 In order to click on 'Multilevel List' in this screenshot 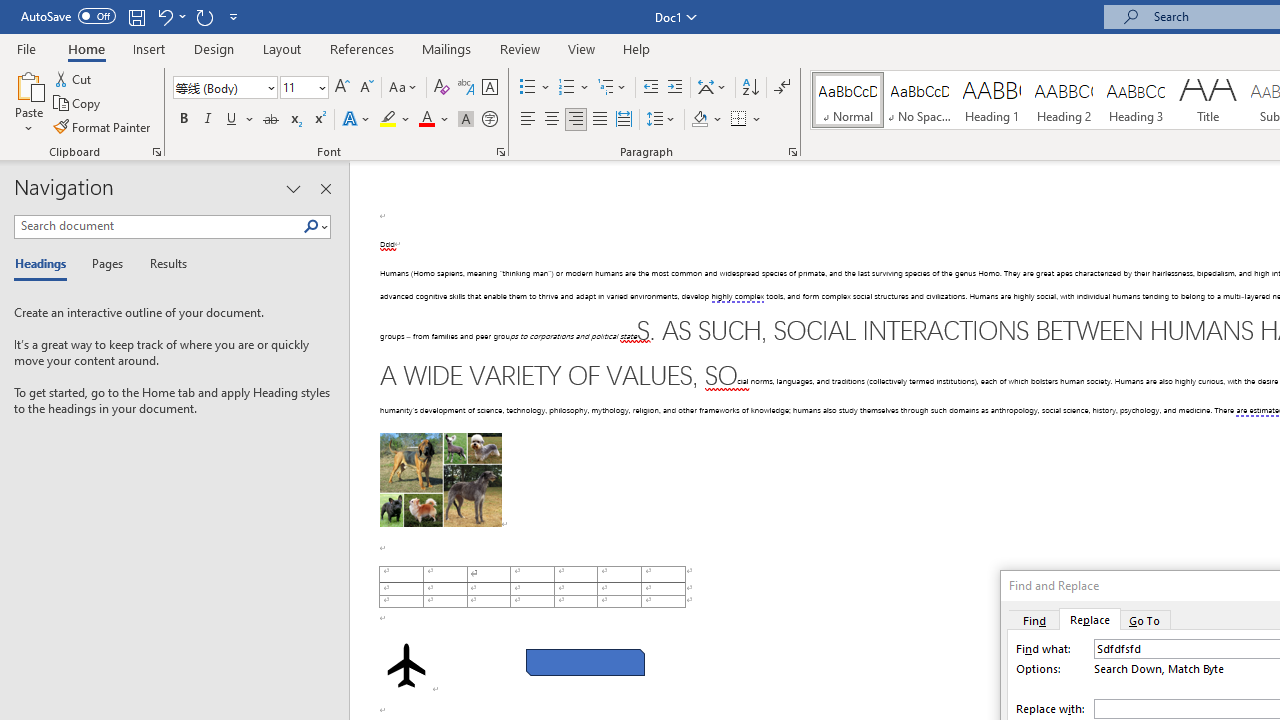, I will do `click(612, 86)`.